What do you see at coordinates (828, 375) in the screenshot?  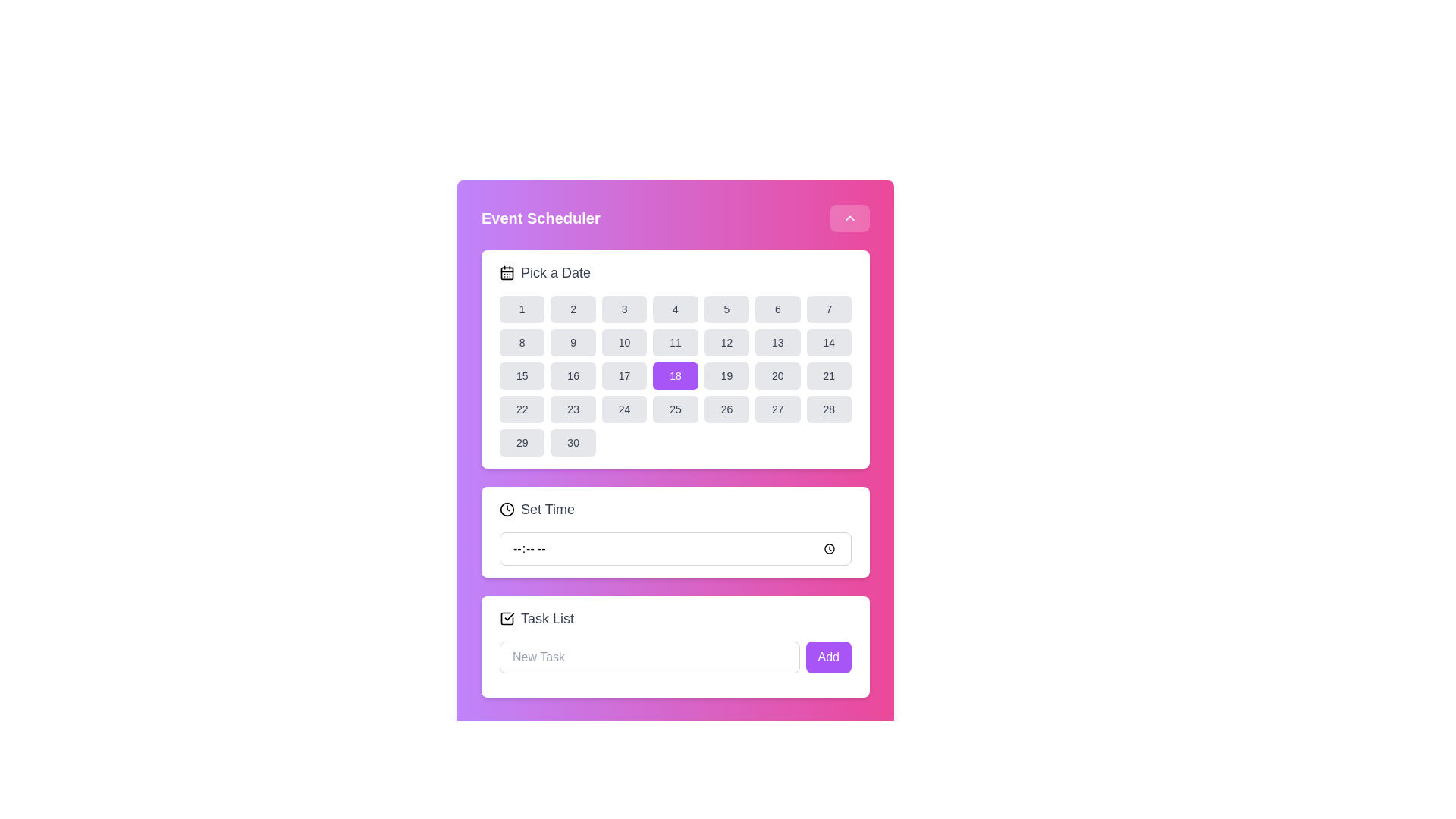 I see `the rectangular button with rounded corners labeled '21'` at bounding box center [828, 375].